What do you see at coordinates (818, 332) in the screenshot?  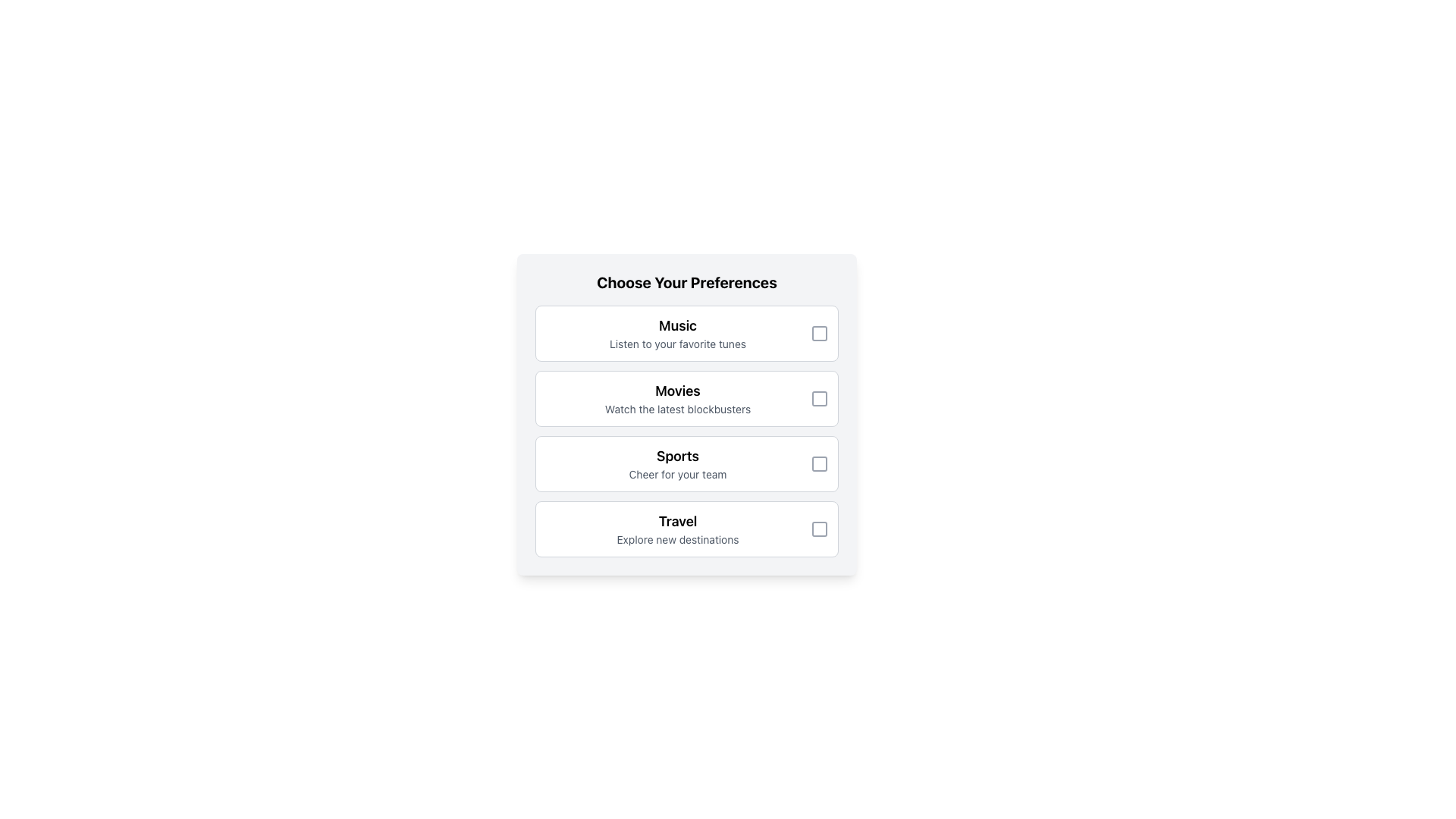 I see `the interactive checkbox indicating the selection state of the 'Music' preference in the preferences list` at bounding box center [818, 332].